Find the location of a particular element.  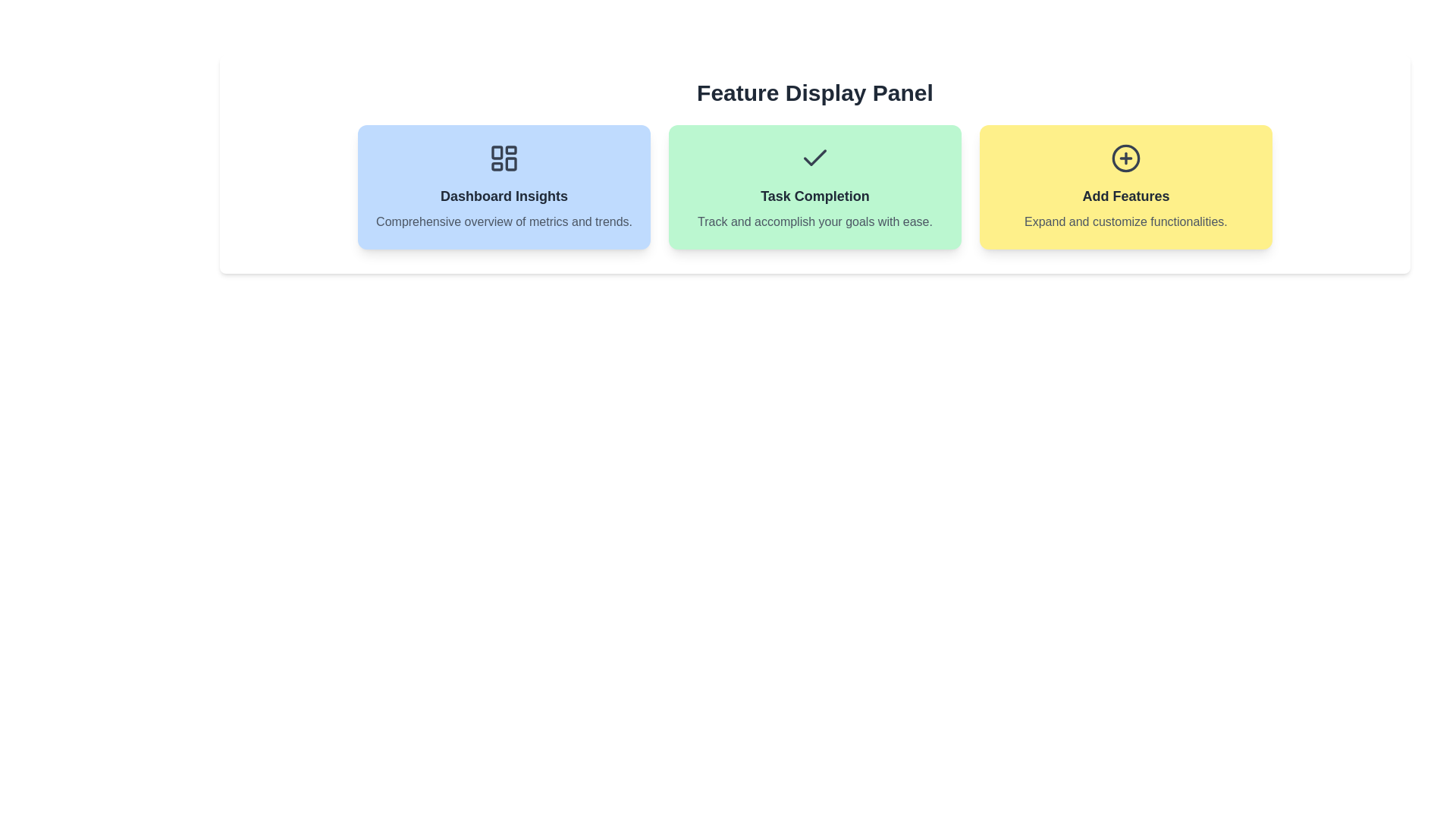

the Text Label (Heading) that provides context for the section above the feature cards labeled 'Dashboard Insights,' 'Task Completion,' and 'Add Features.' is located at coordinates (814, 93).